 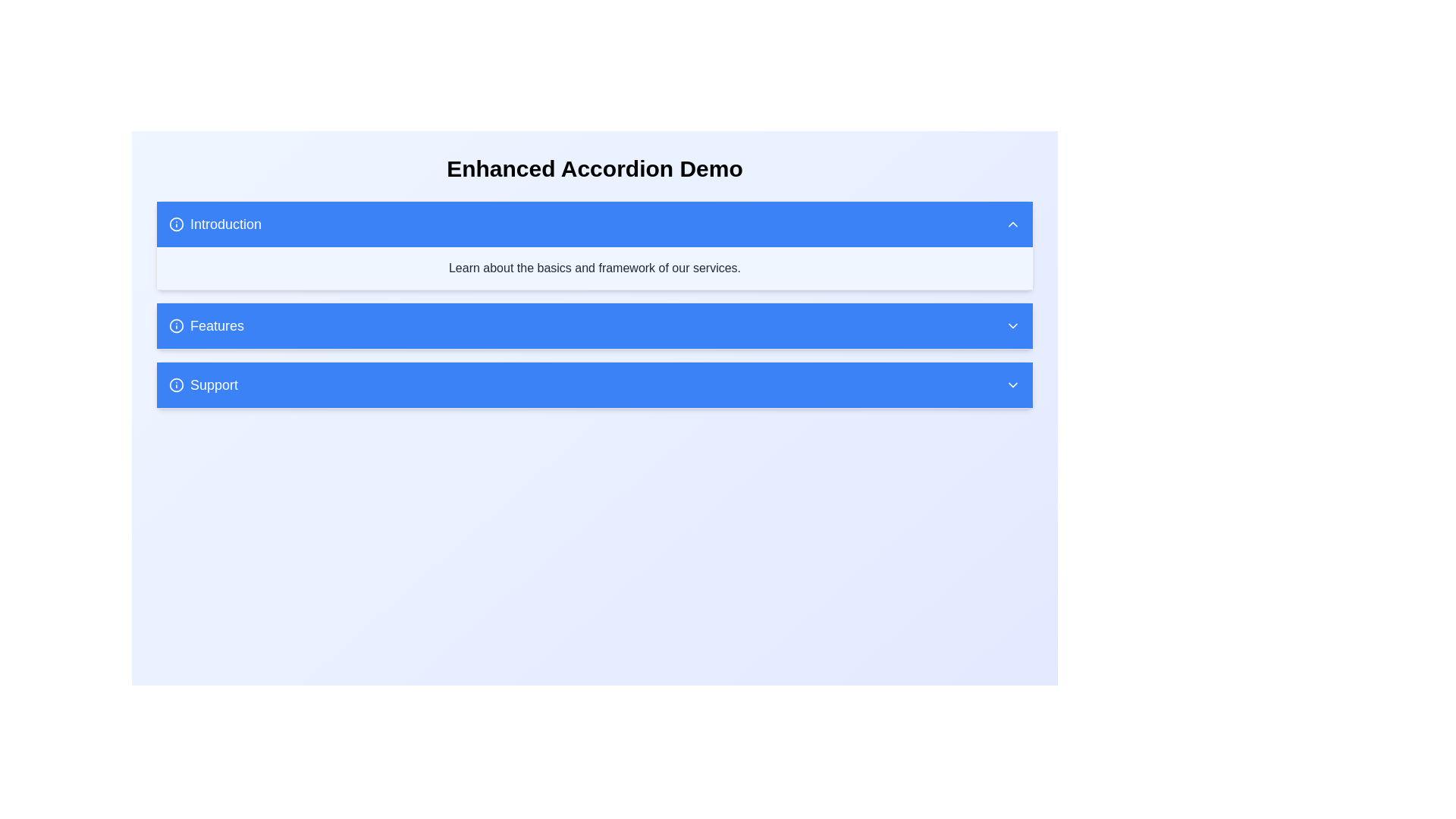 I want to click on the upward-pointing chevron icon in the header section labeled 'Introduction' to trigger the potential tooltip, so click(x=1012, y=224).